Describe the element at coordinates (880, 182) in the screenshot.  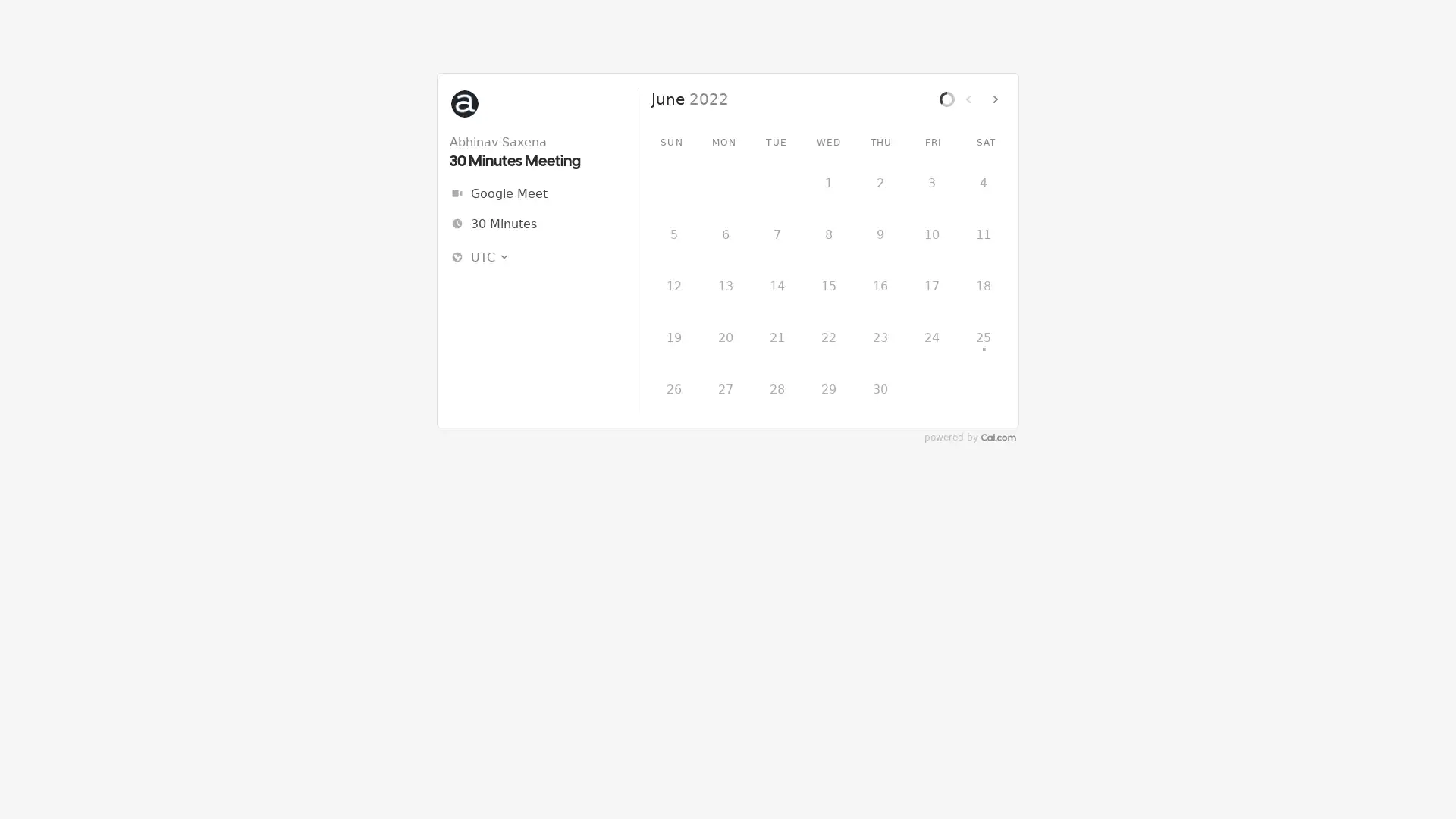
I see `2` at that location.